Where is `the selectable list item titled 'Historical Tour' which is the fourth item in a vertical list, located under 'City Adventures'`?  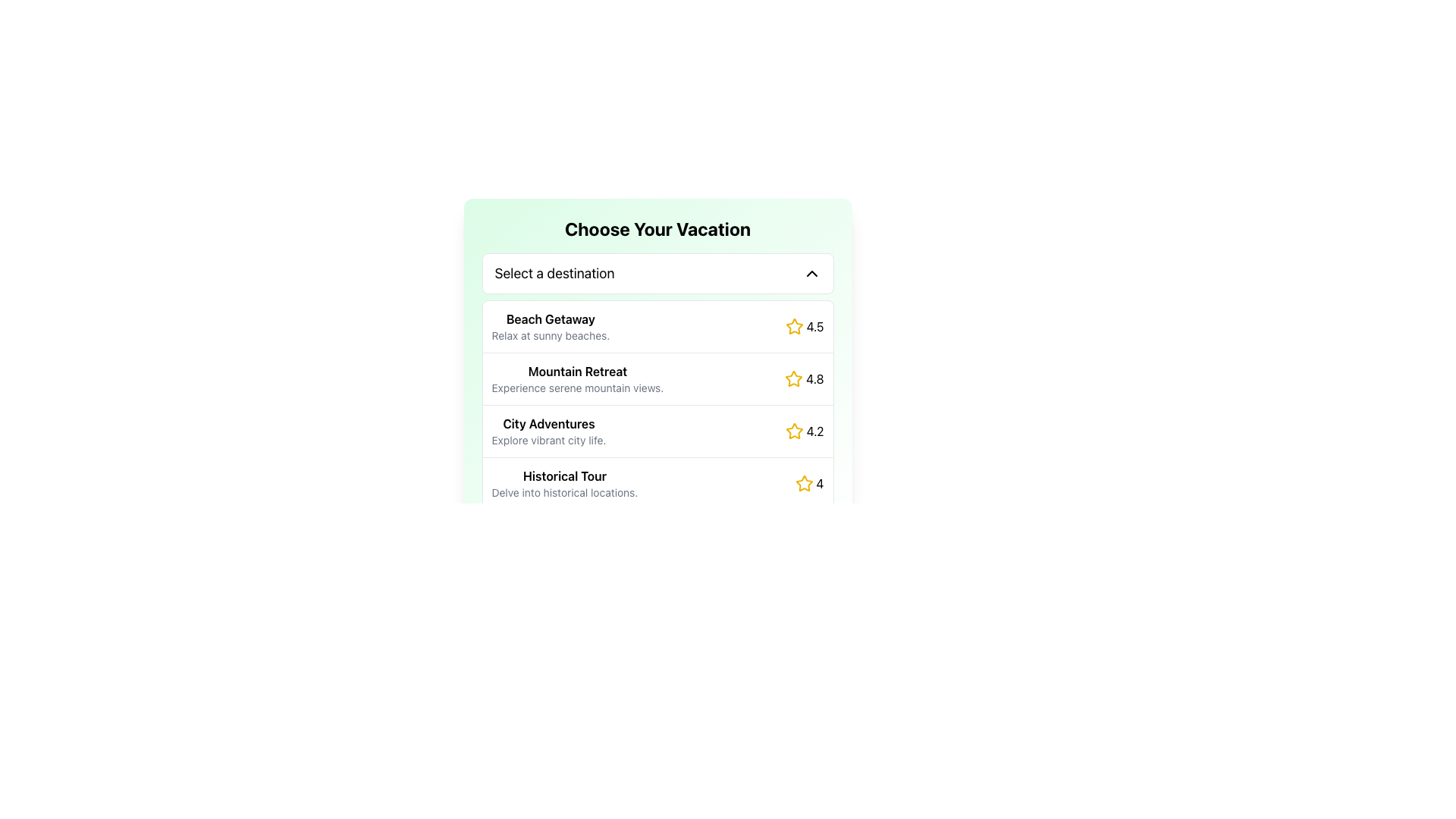 the selectable list item titled 'Historical Tour' which is the fourth item in a vertical list, located under 'City Adventures' is located at coordinates (563, 483).